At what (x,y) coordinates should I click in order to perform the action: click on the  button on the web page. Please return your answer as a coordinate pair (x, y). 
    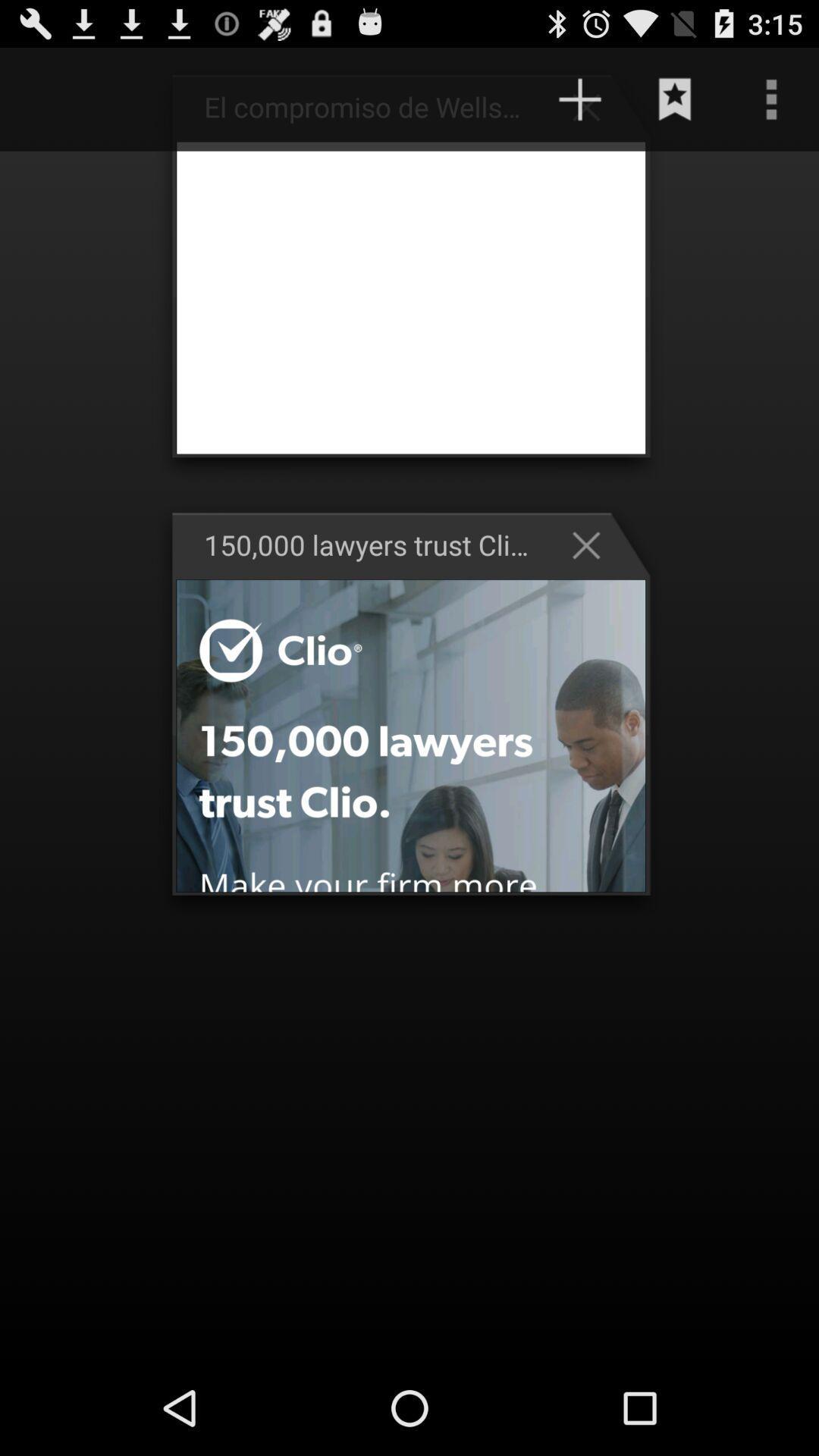
    Looking at the image, I should click on (593, 105).